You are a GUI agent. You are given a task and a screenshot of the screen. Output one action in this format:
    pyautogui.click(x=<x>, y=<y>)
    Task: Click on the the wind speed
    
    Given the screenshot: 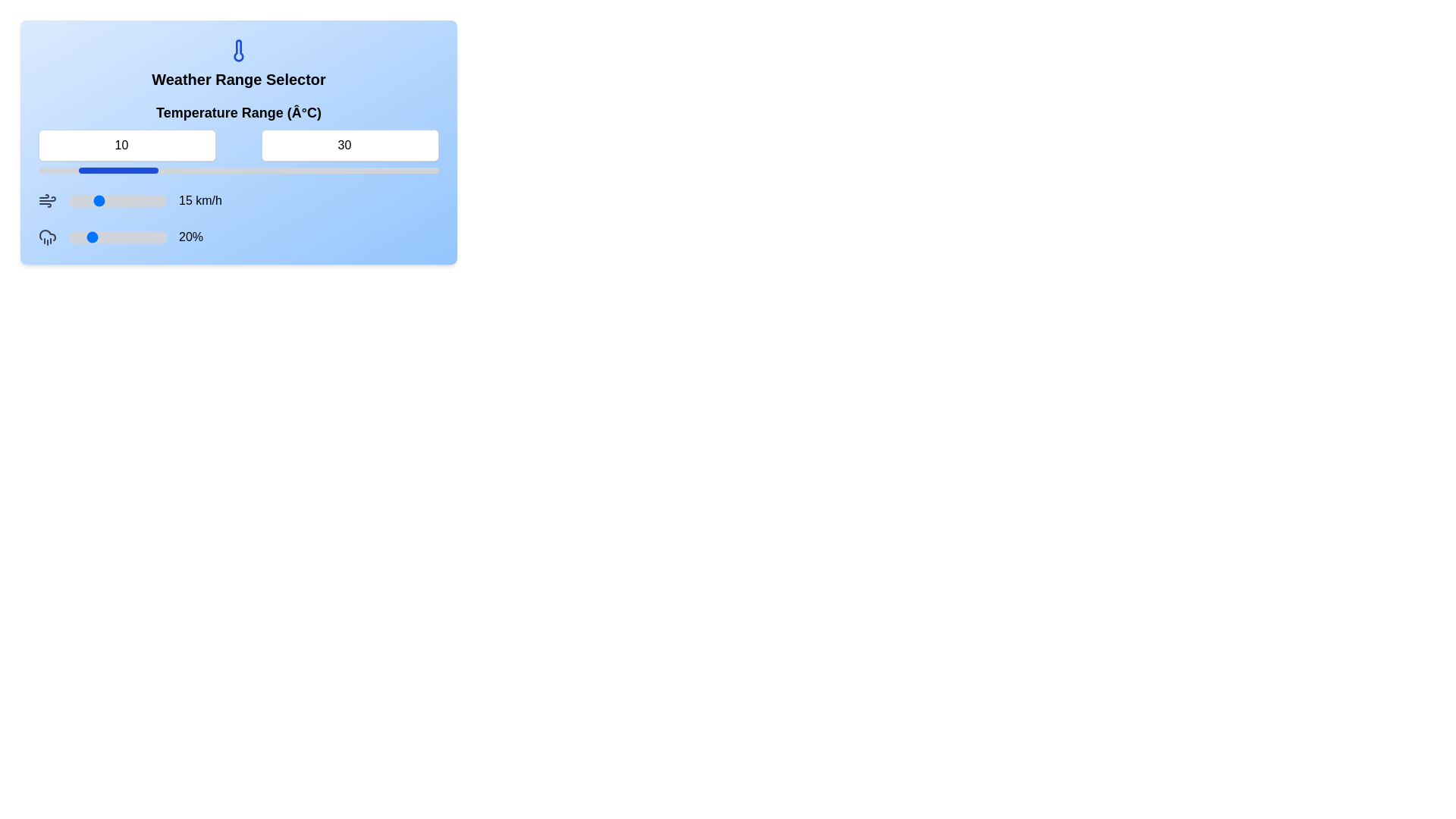 What is the action you would take?
    pyautogui.click(x=134, y=200)
    